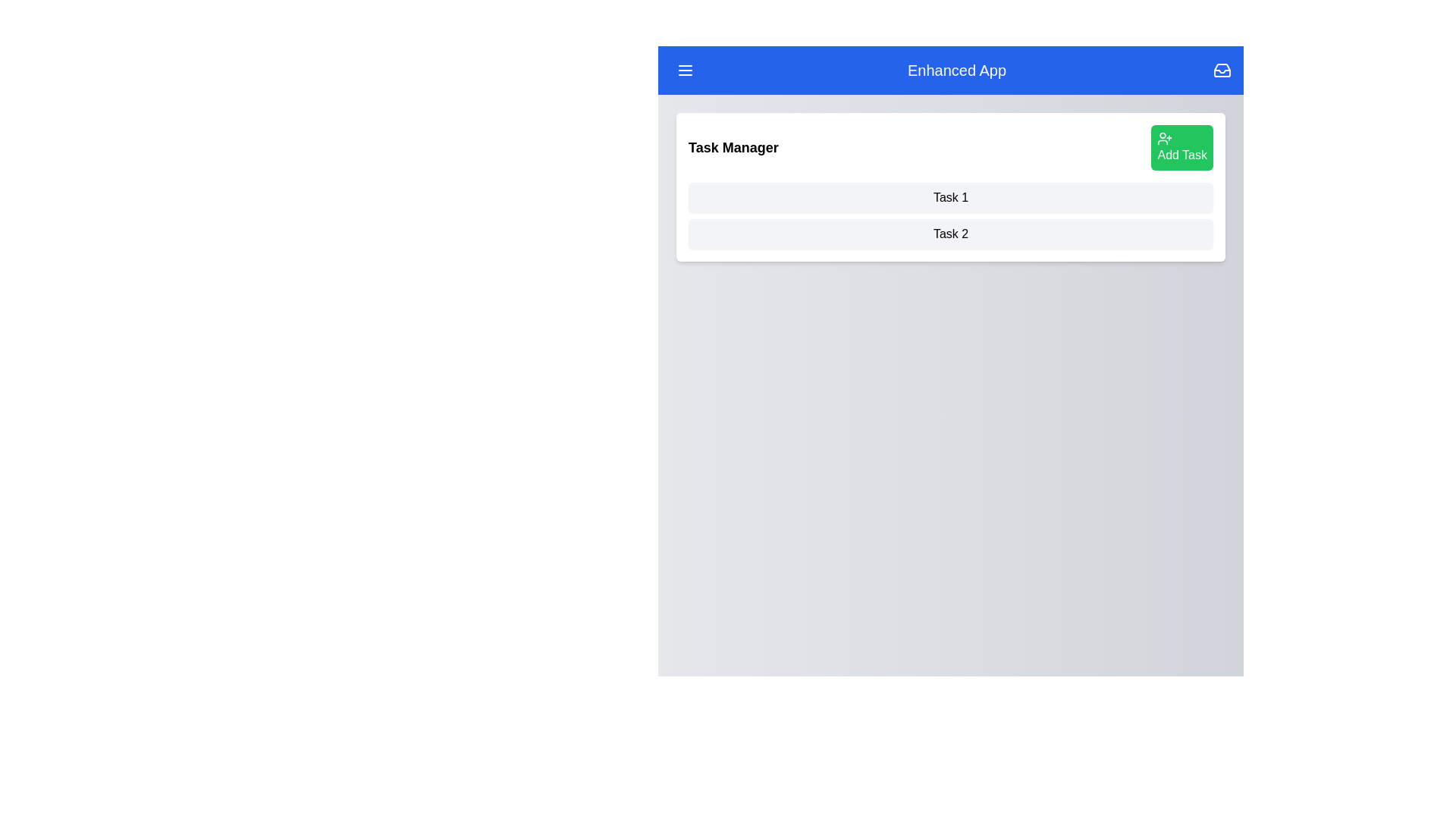 This screenshot has width=1456, height=819. I want to click on the 'Add Task' button to add a new task, so click(1181, 148).